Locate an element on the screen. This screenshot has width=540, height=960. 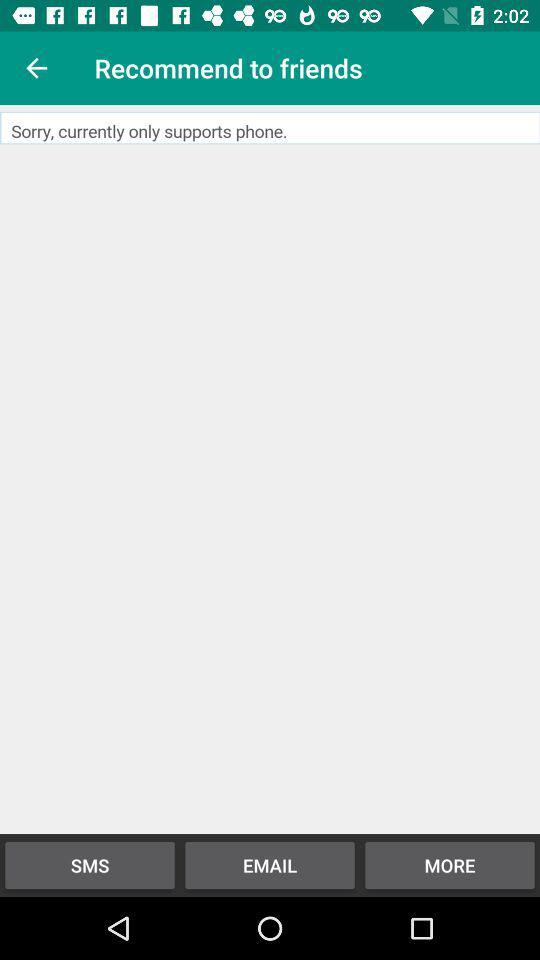
black is located at coordinates (270, 469).